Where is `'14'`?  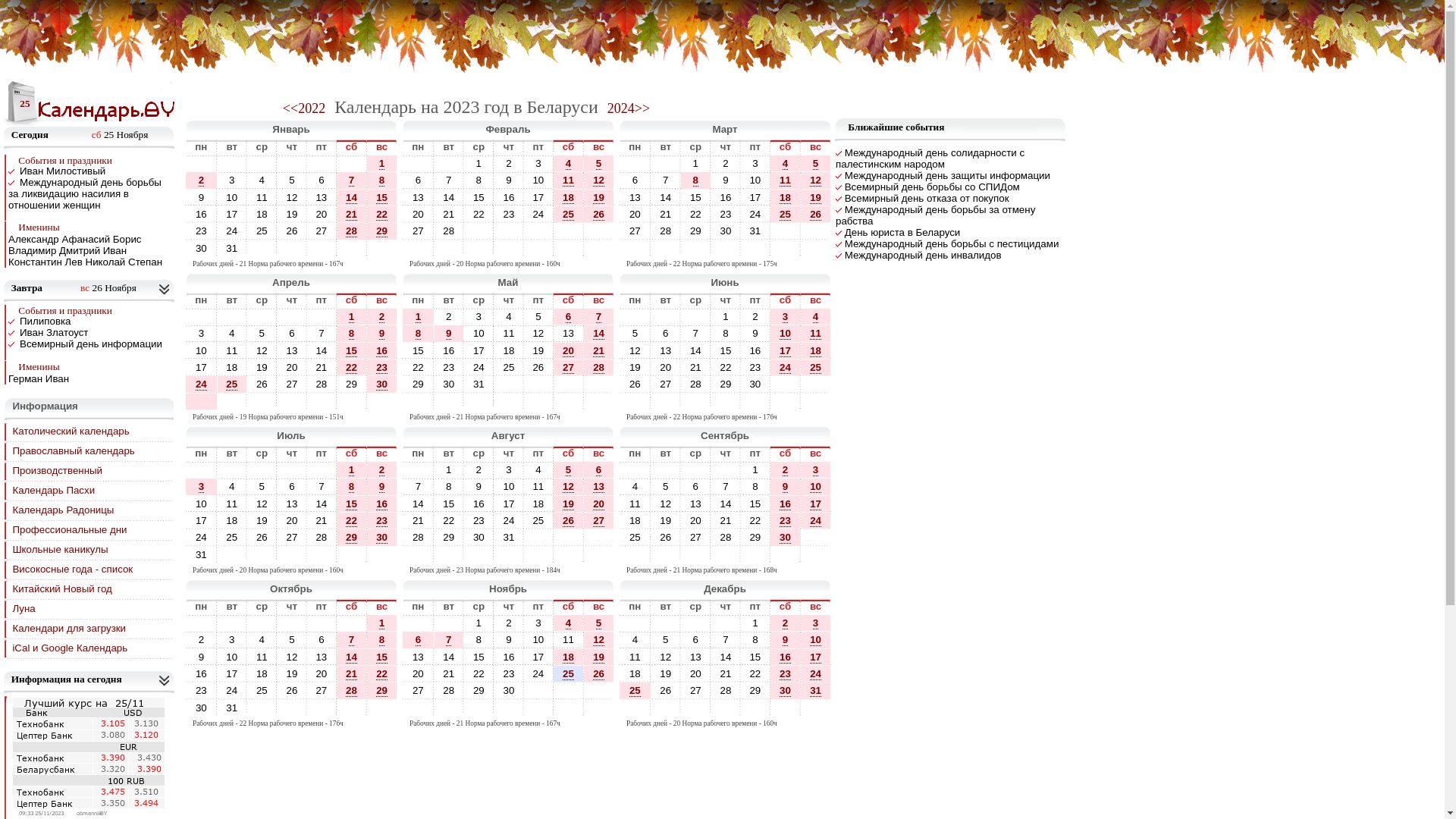
'14' is located at coordinates (350, 197).